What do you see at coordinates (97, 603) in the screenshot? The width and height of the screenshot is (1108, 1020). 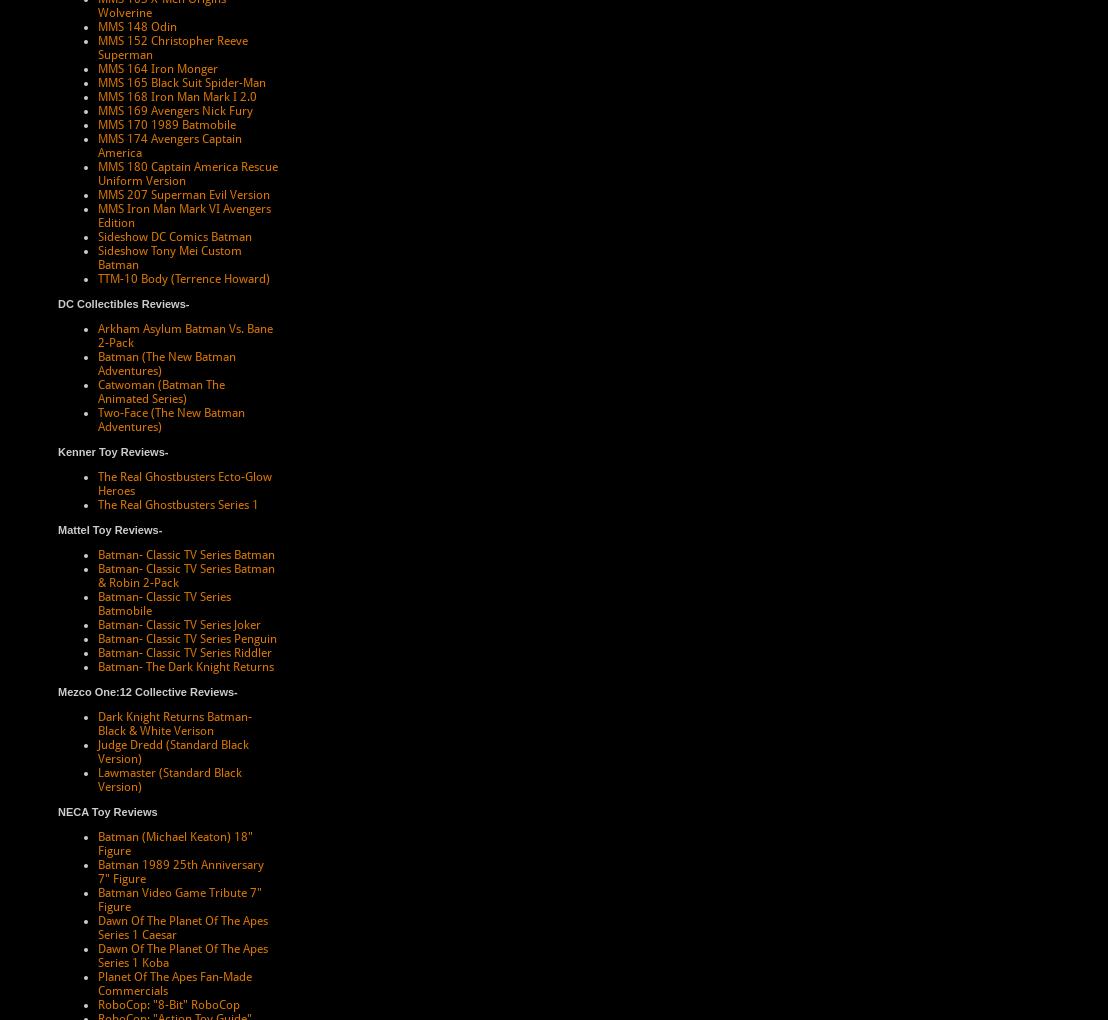 I see `'Batman- Classic TV Series Batmobile'` at bounding box center [97, 603].